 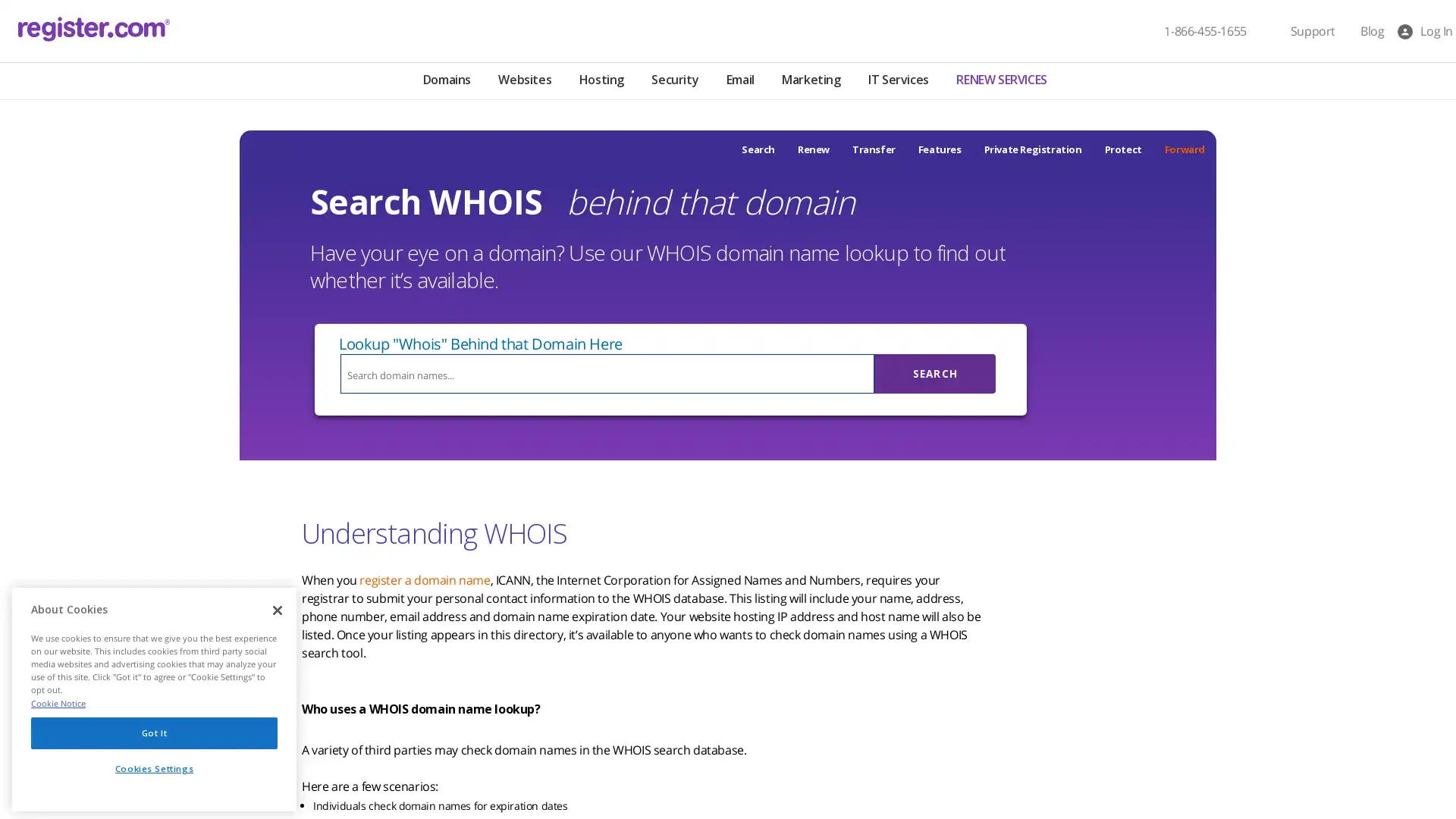 I want to click on Hosting, so click(x=600, y=81).